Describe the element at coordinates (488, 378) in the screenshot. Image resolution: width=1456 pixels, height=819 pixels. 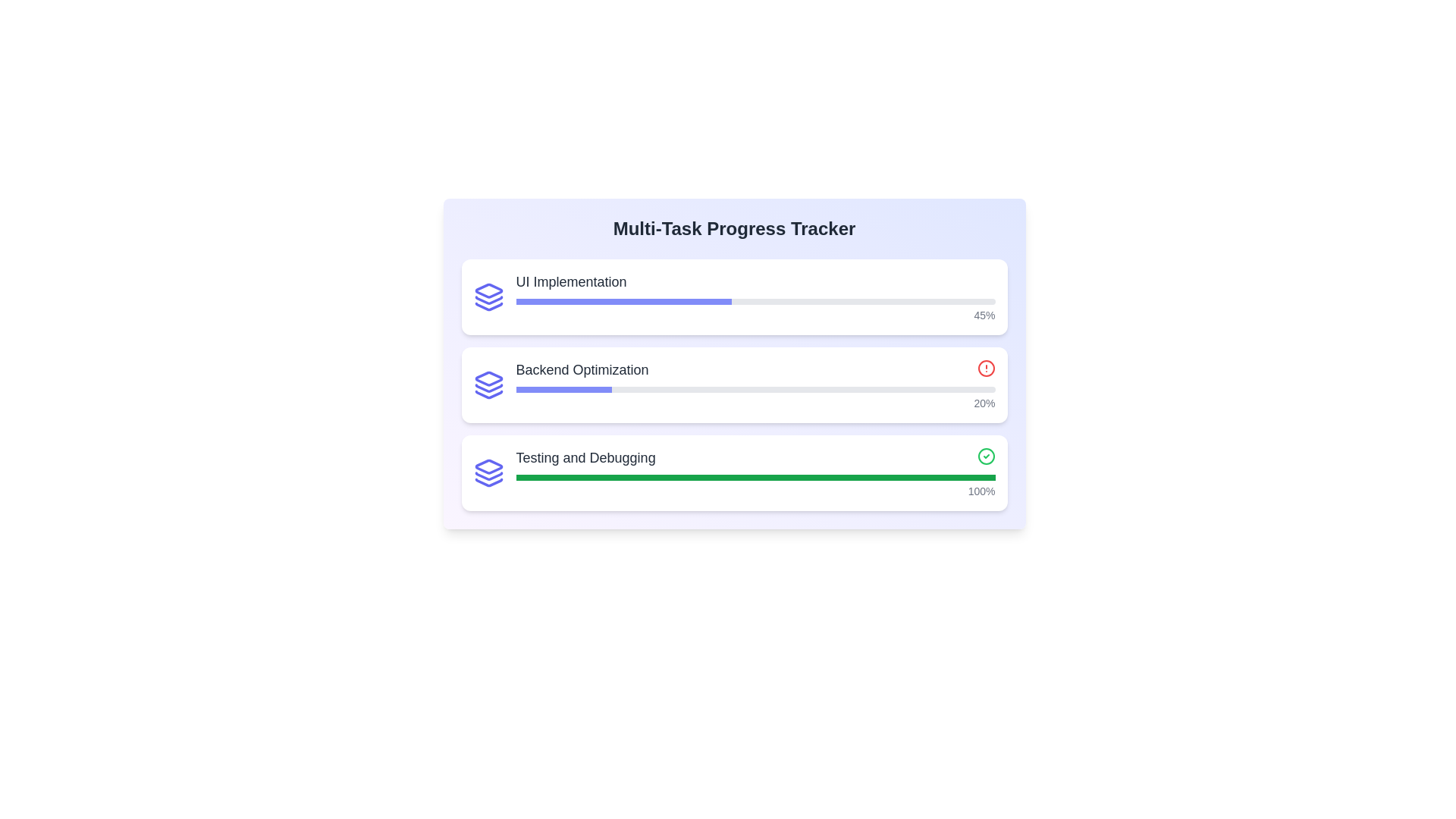
I see `the topmost layer icon in the SVG graphic next to the 'Backend Optimization' label` at that location.